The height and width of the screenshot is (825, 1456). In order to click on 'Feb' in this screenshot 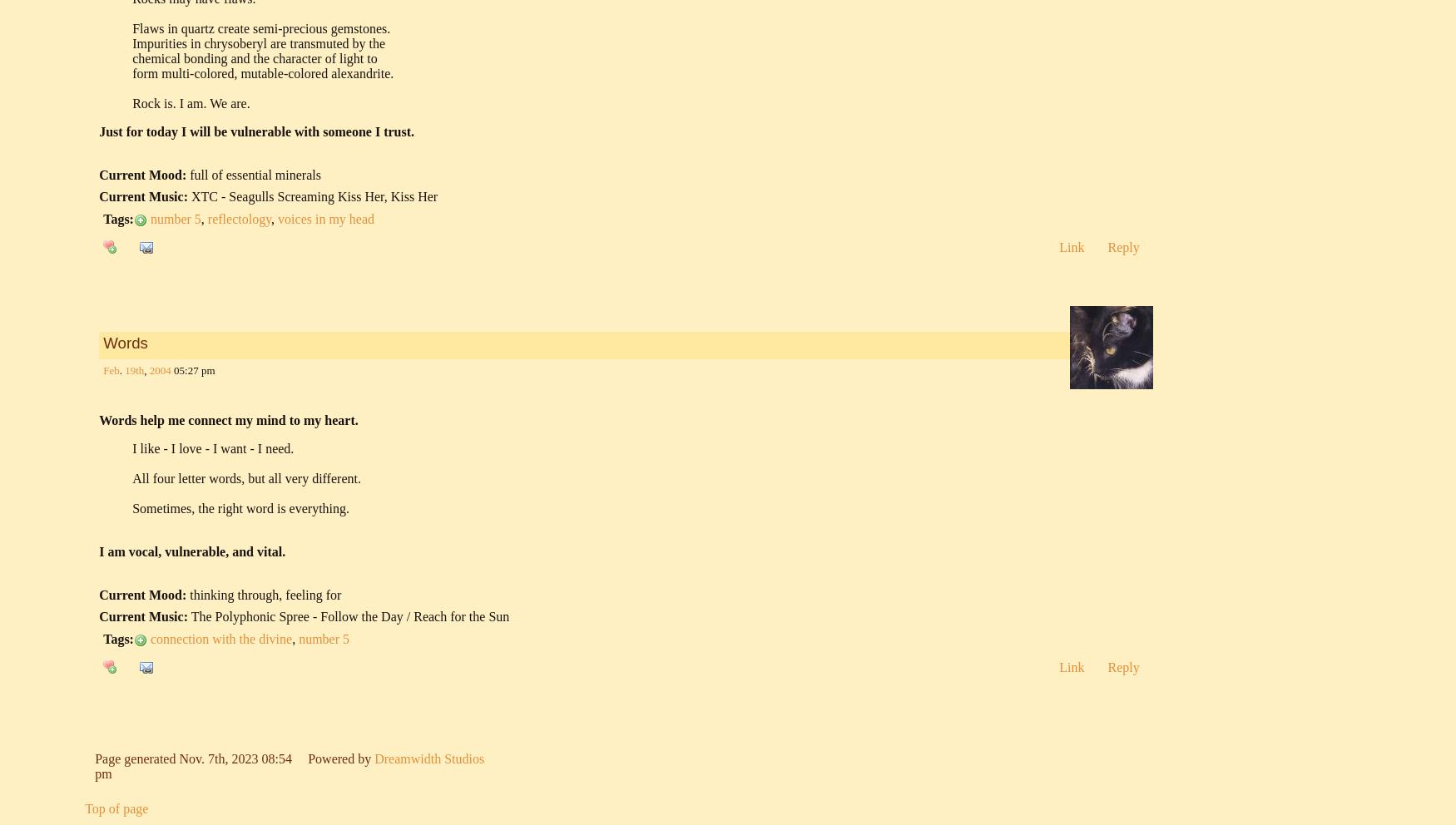, I will do `click(110, 369)`.